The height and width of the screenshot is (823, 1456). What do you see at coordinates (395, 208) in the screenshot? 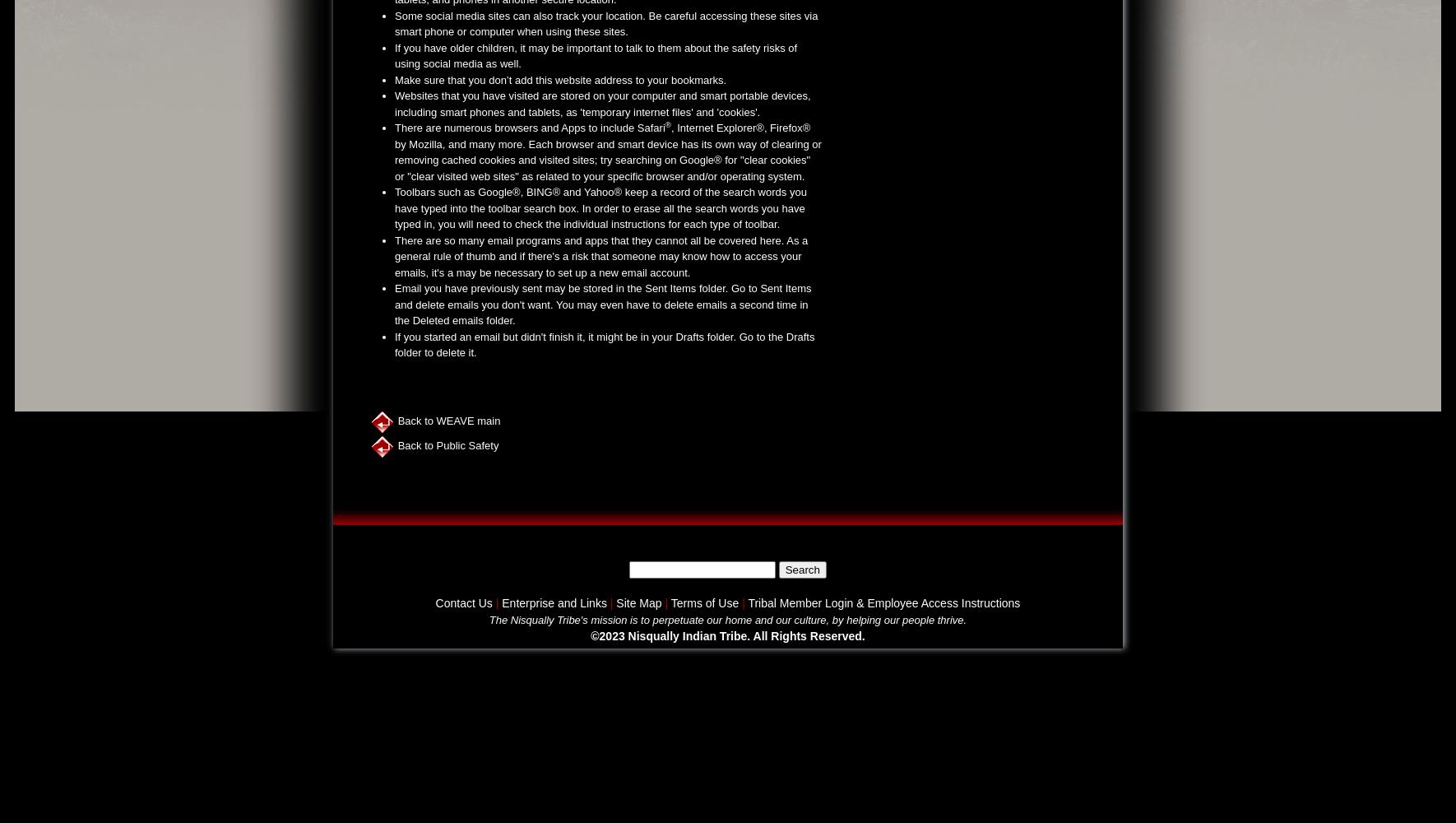
I see `'Toolbars such as Google®, BING® and Yahoo® keep a record of the search words you have typed into the toolbar search box. In order to erase all the search words you have typed in, you will need to check the individual instructions for each type of toolbar.'` at bounding box center [395, 208].